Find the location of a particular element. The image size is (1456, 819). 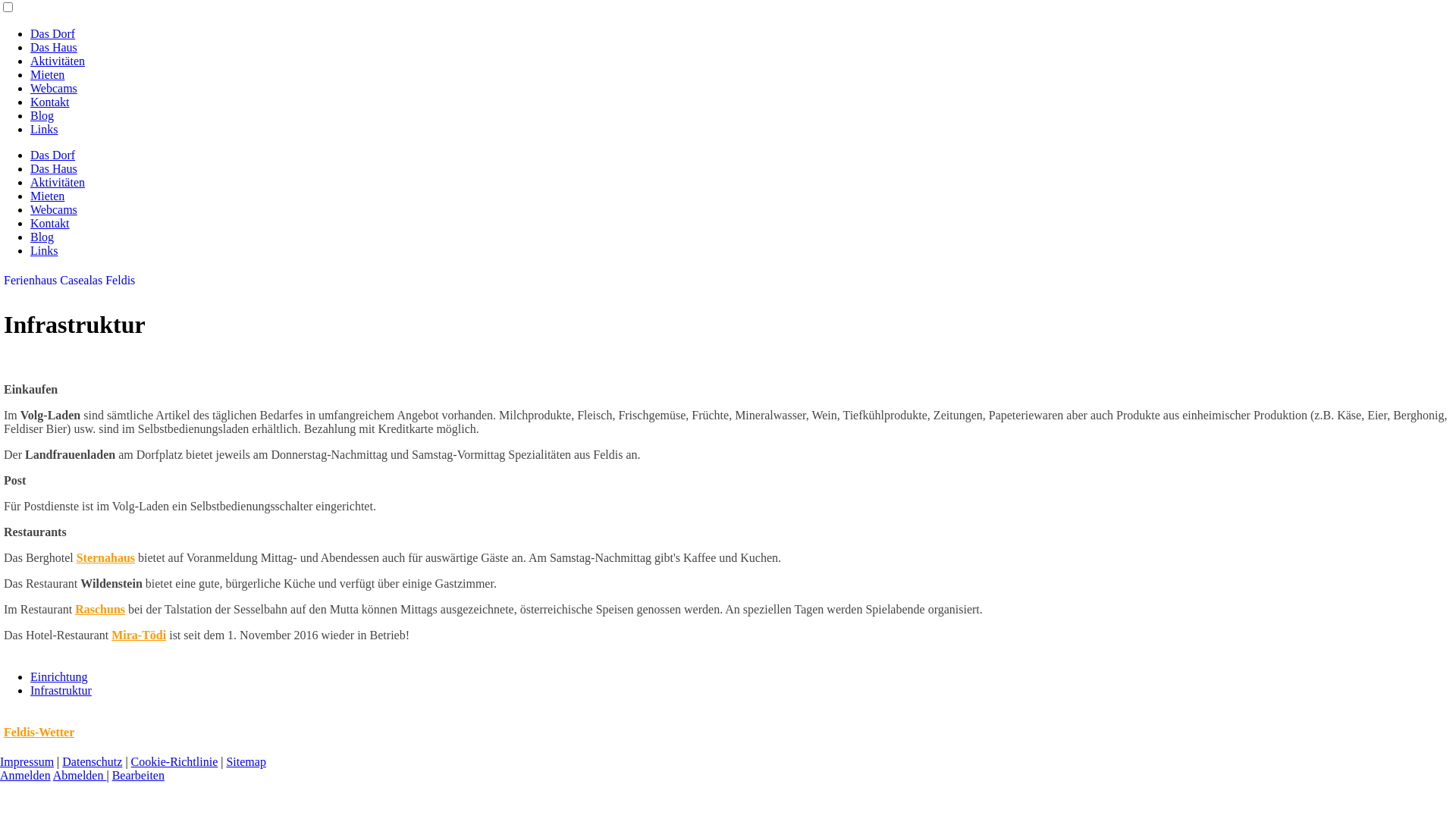

'Blog' is located at coordinates (42, 237).